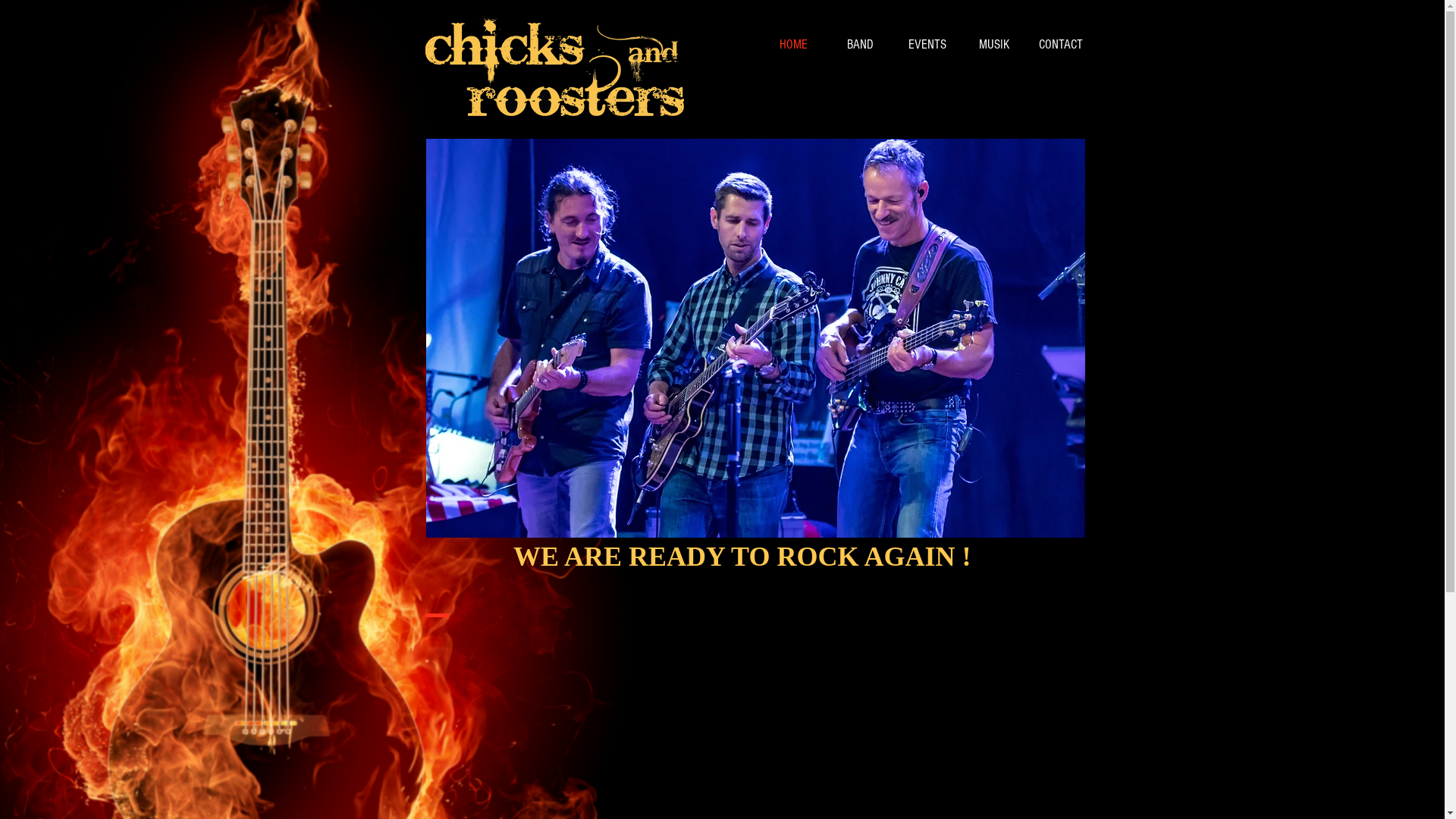 The height and width of the screenshot is (819, 1456). What do you see at coordinates (1026, 43) in the screenshot?
I see `'CONTACT'` at bounding box center [1026, 43].